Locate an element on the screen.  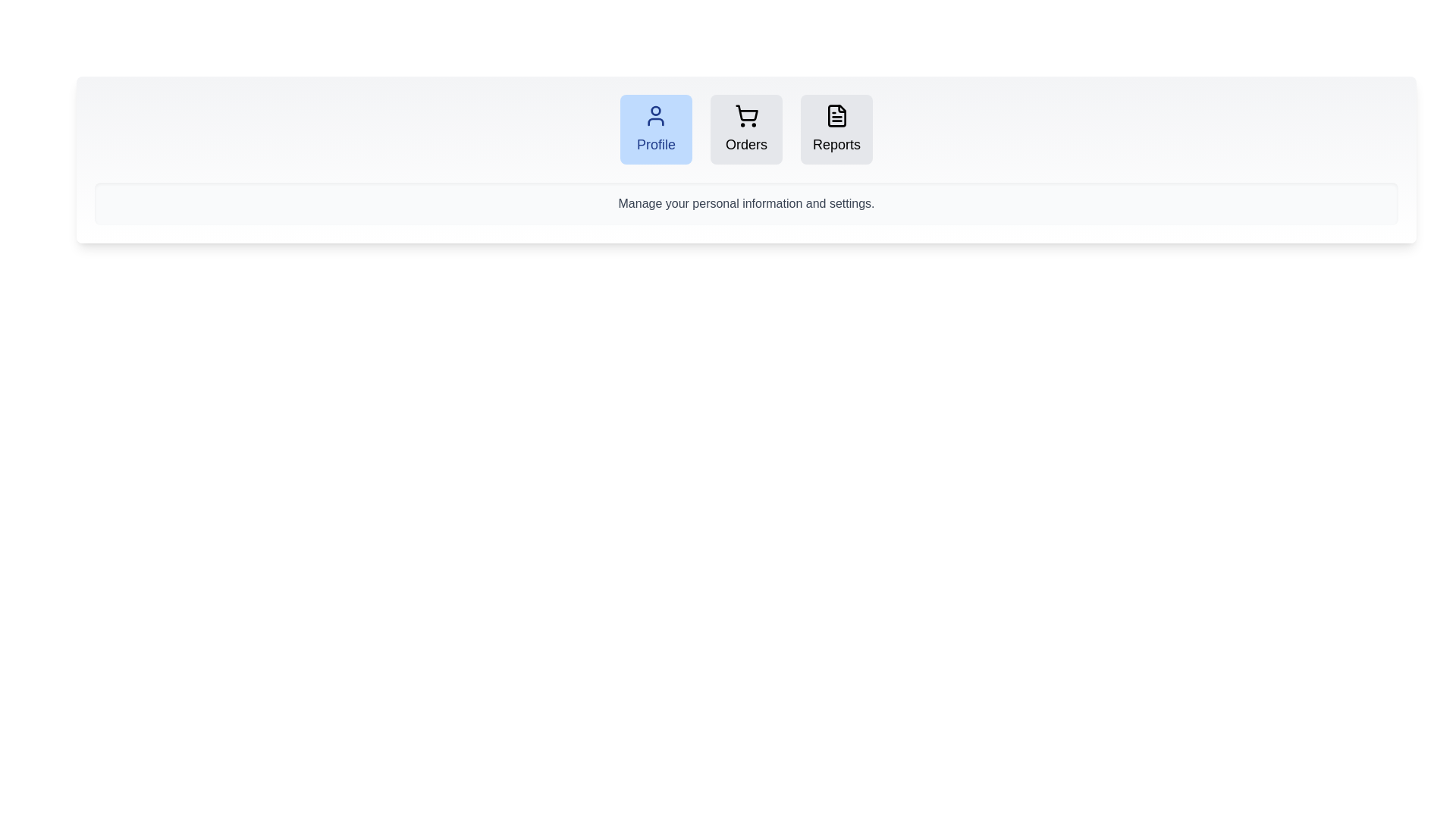
the tab labeled Profile to observe its hover effect is located at coordinates (656, 128).